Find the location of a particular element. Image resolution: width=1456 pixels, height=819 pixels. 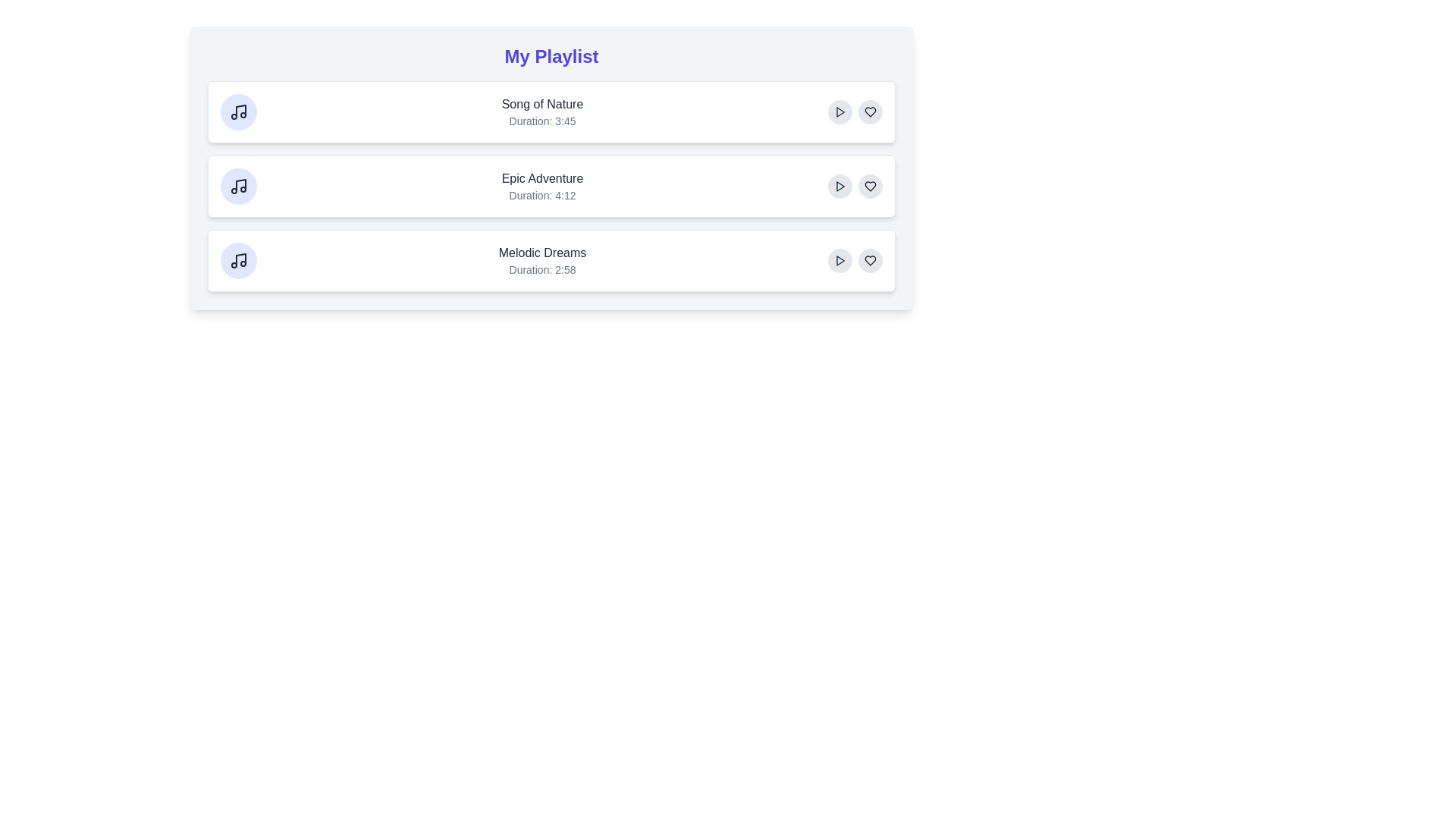

the heart button of the Melodic Dreams track is located at coordinates (870, 259).